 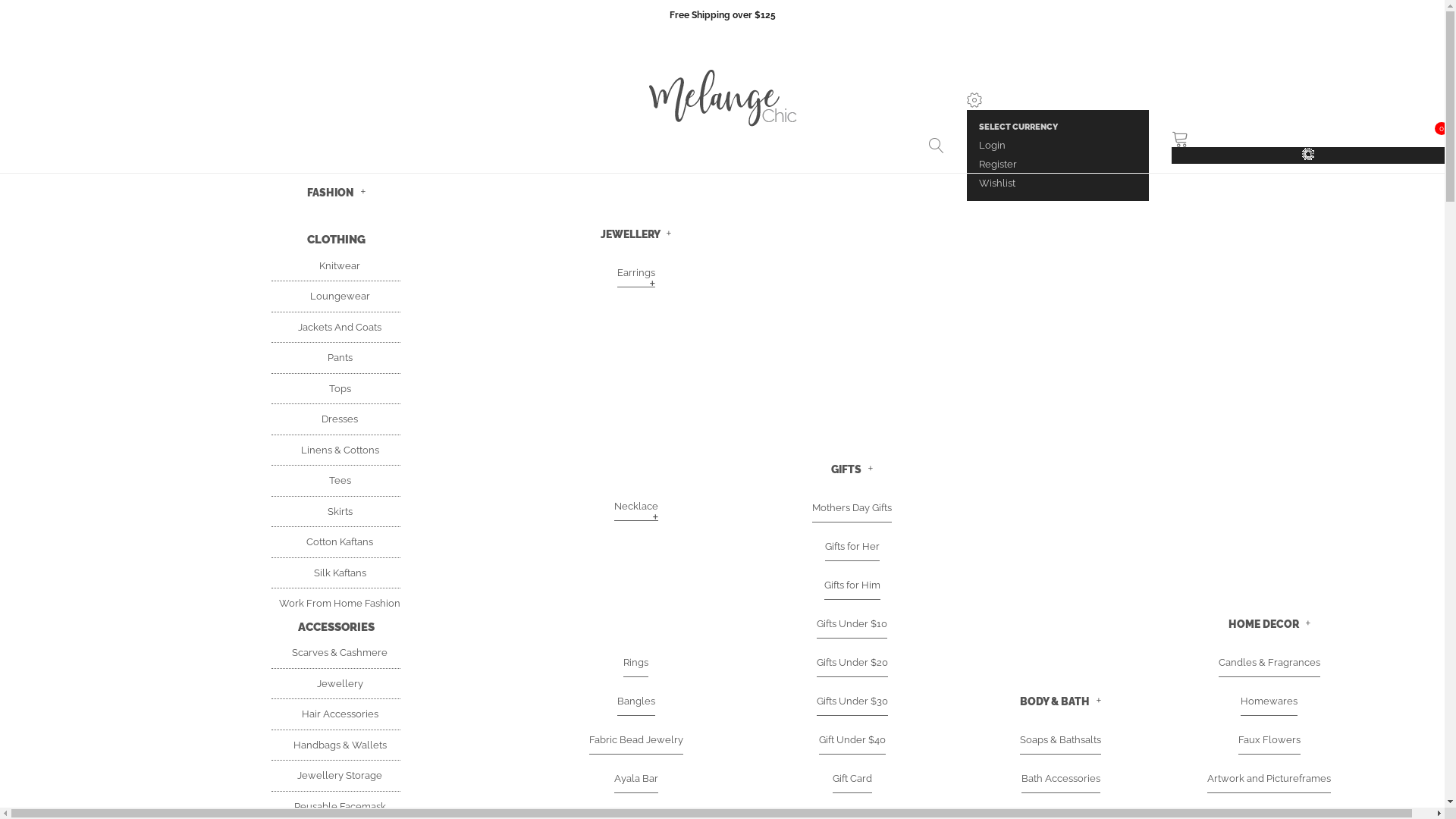 I want to click on 'Homewares', so click(x=1269, y=701).